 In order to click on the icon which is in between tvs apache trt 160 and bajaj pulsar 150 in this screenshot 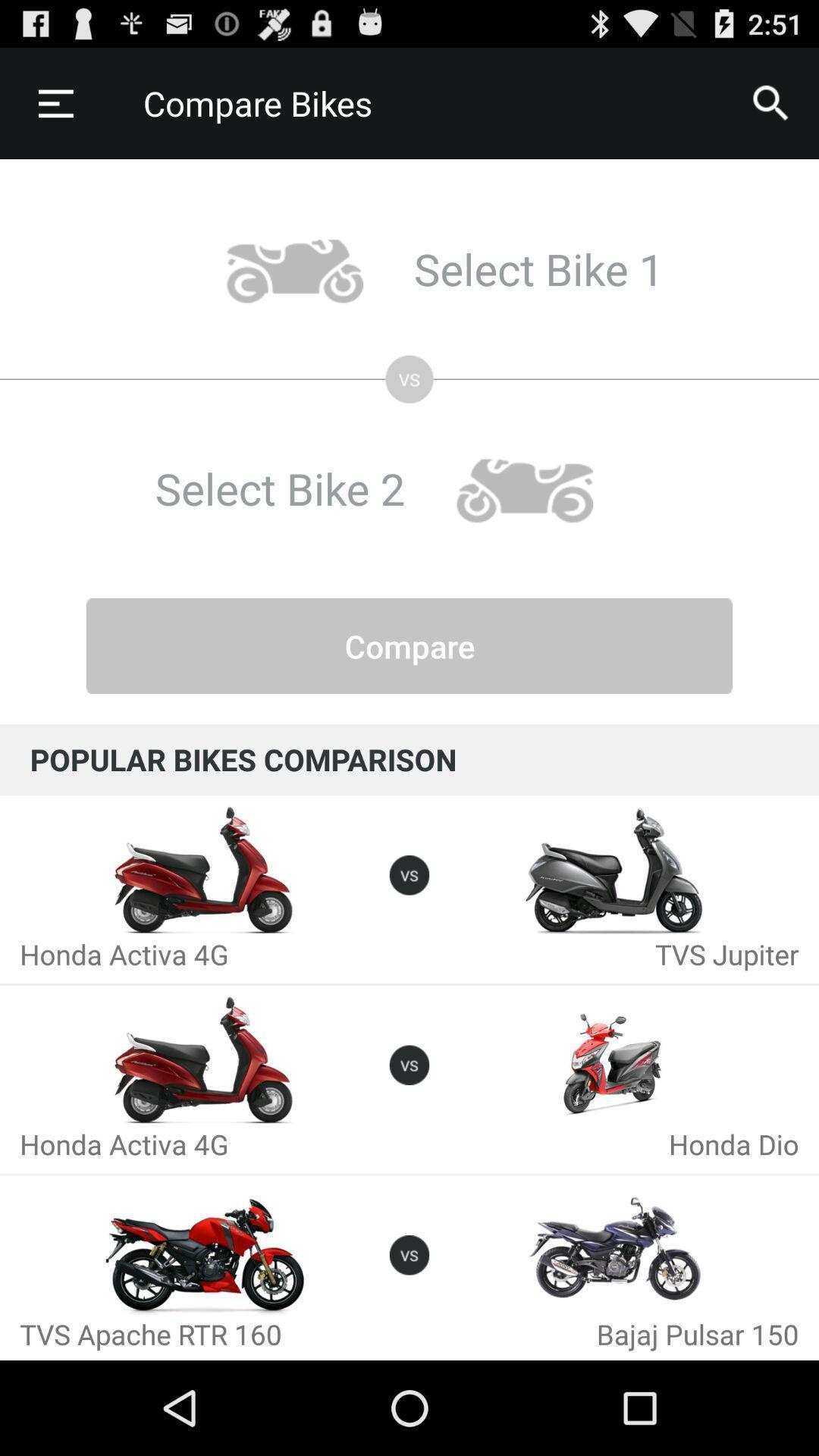, I will do `click(409, 1255)`.